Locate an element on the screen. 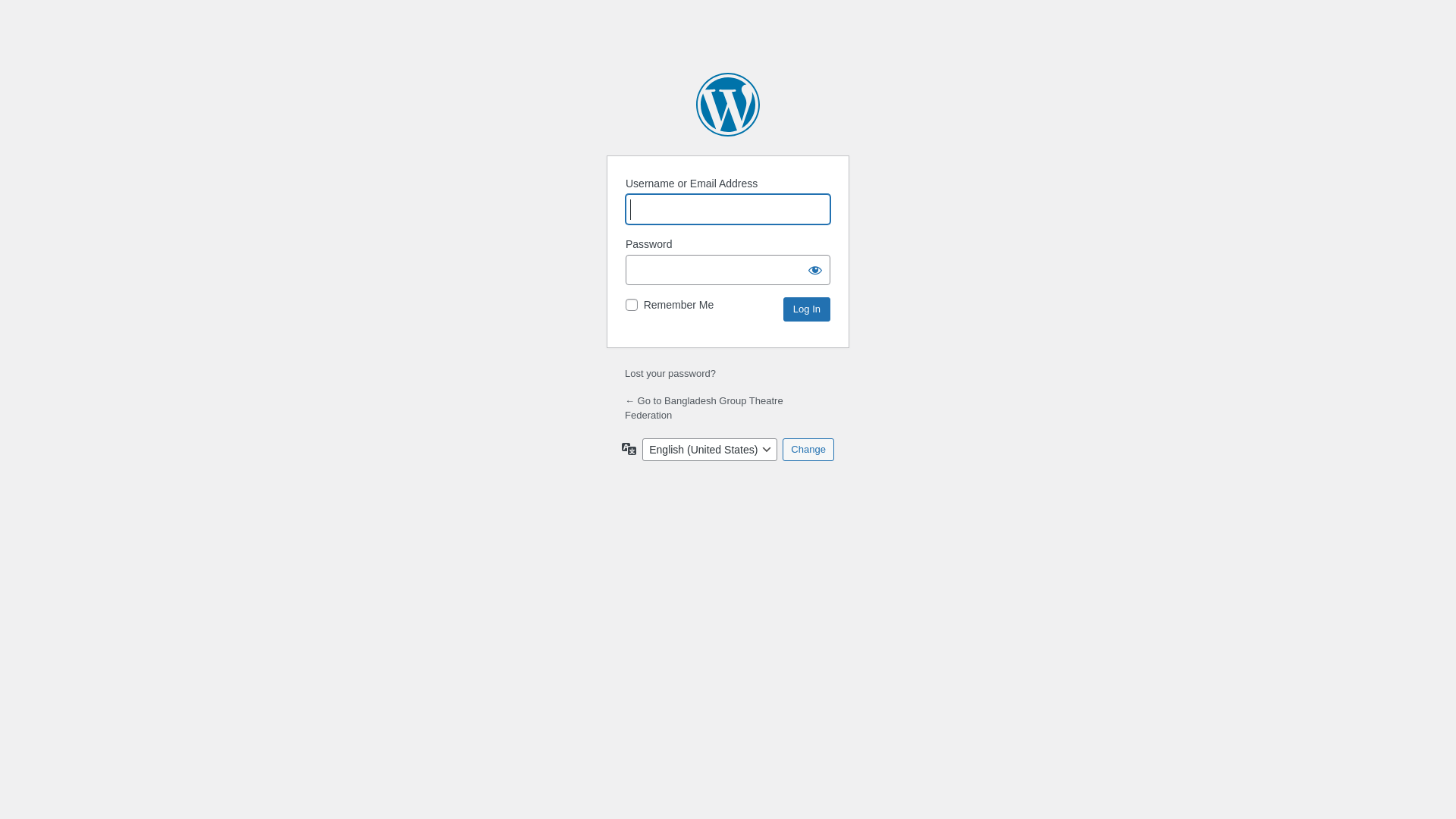  'Change' is located at coordinates (807, 449).